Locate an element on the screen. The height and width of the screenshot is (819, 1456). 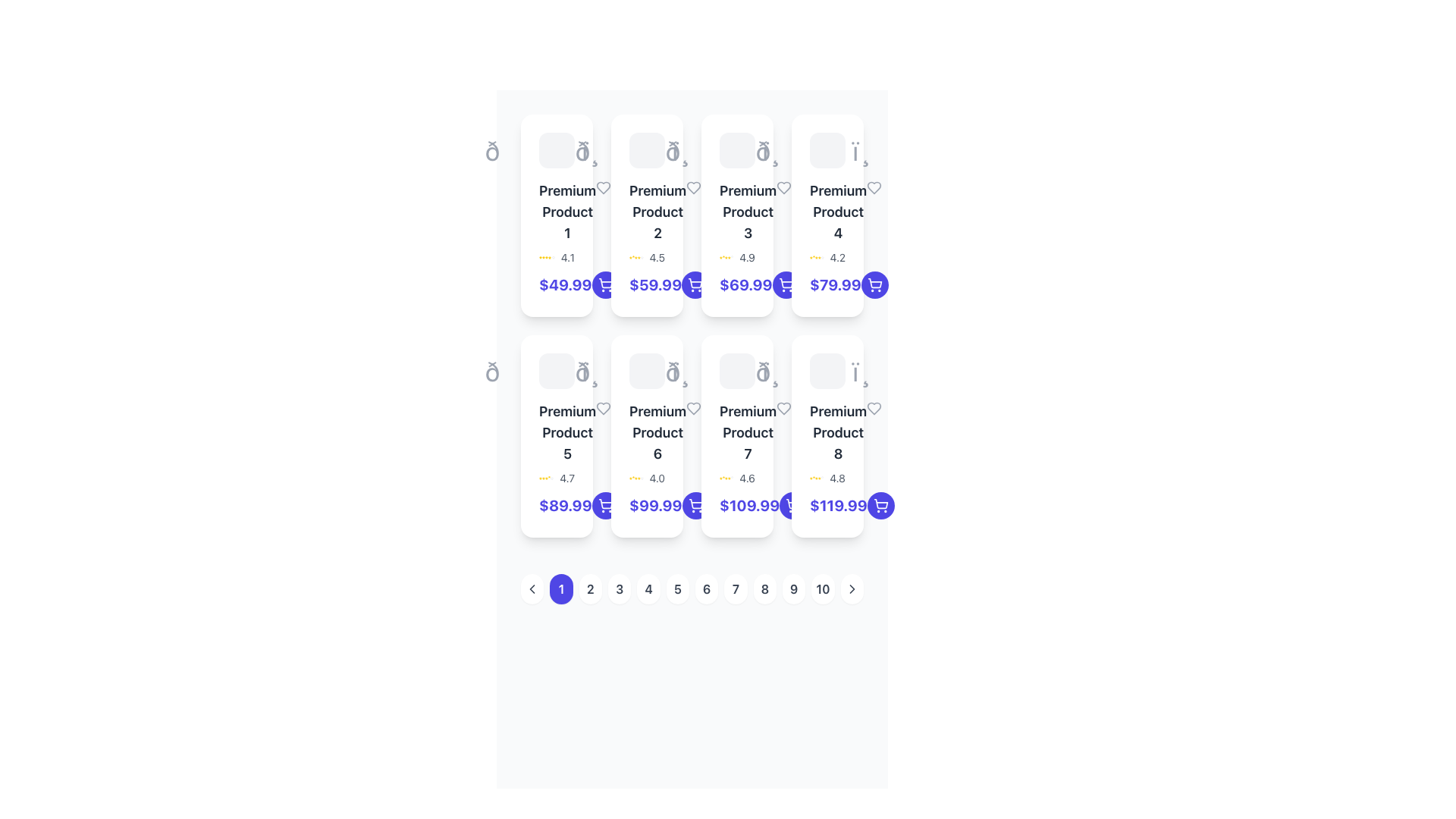
the first star icon representing a 4.6 rating score for the product 'Premium Product 7' in the second row of the grid interface is located at coordinates (720, 479).